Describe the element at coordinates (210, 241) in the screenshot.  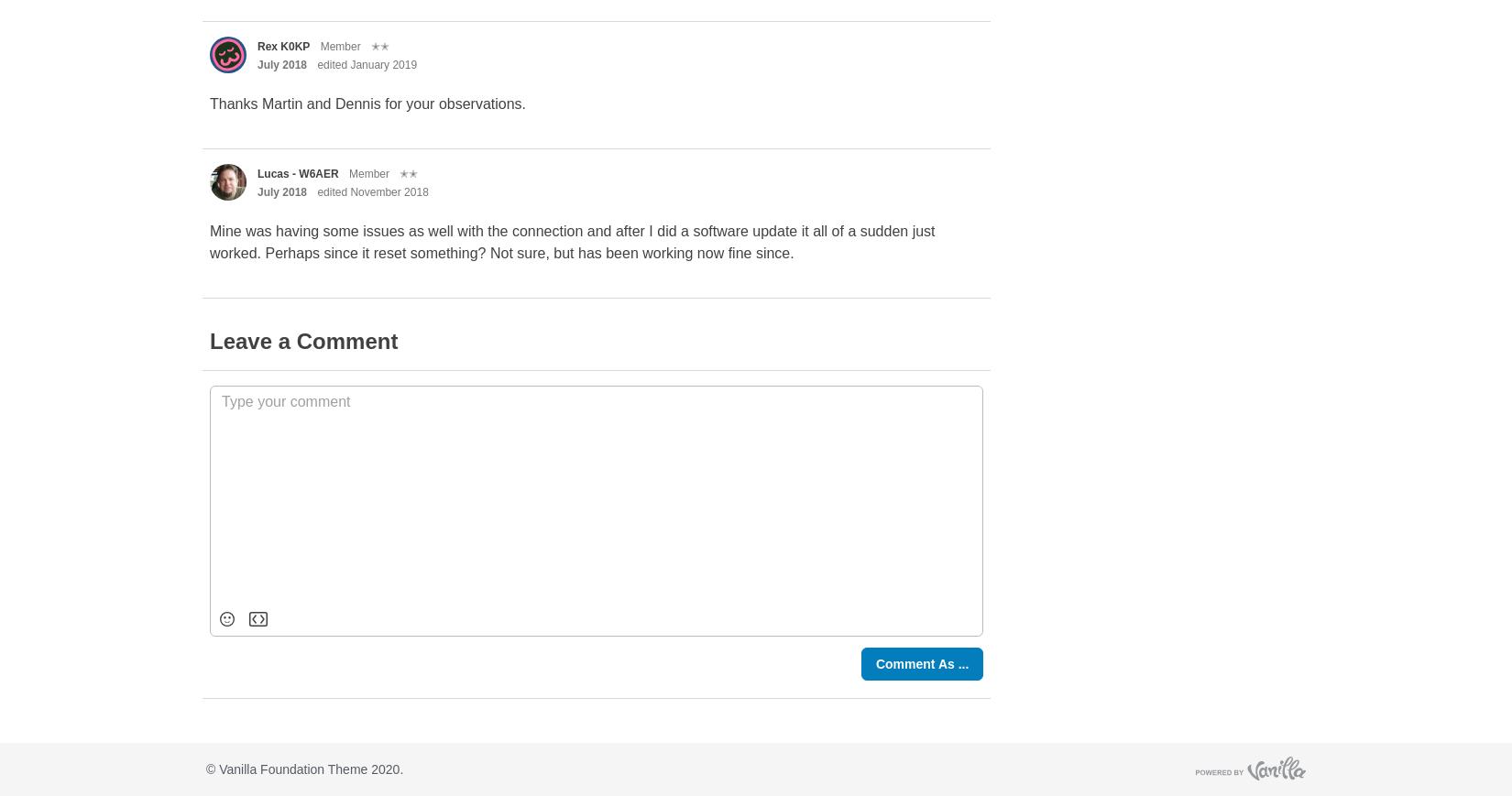
I see `'Mine was having some issues as well with the connection and after I did a software update it all of a sudden just worked. Perhaps since it reset something? Not sure, but has been working now fine since.'` at that location.